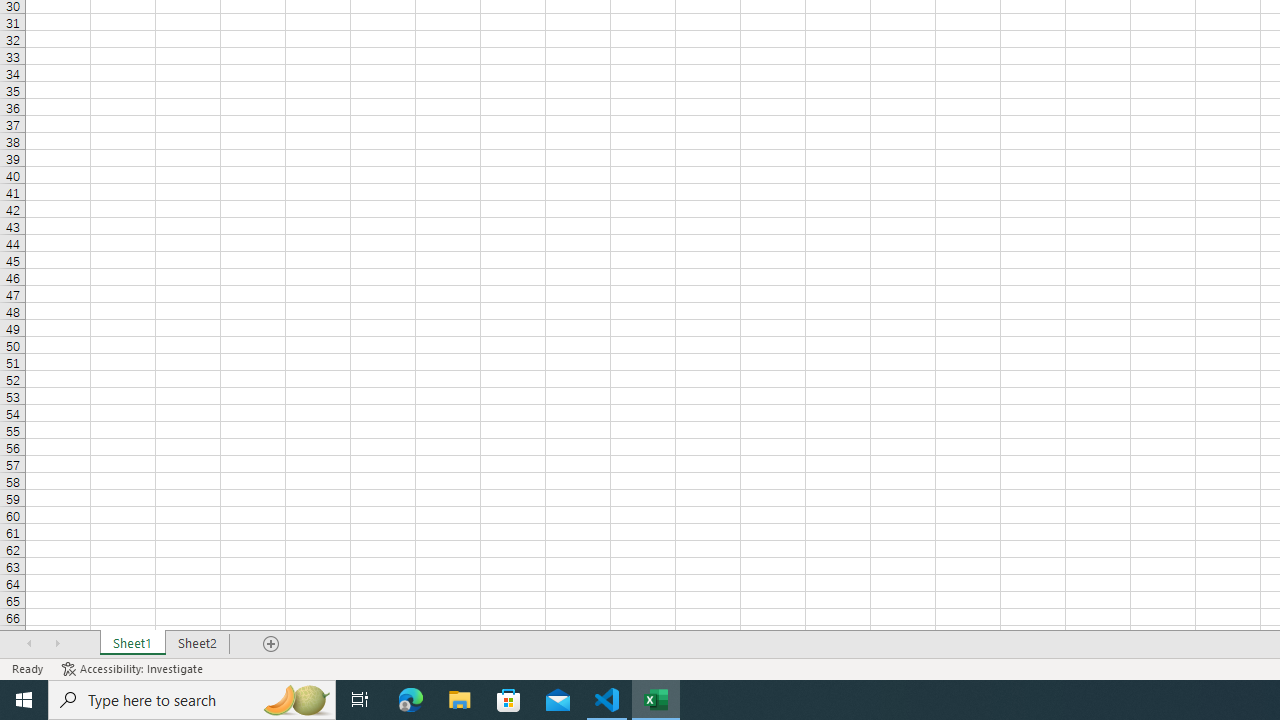 The width and height of the screenshot is (1280, 720). What do you see at coordinates (133, 669) in the screenshot?
I see `'Accessibility Checker Accessibility: Investigate'` at bounding box center [133, 669].